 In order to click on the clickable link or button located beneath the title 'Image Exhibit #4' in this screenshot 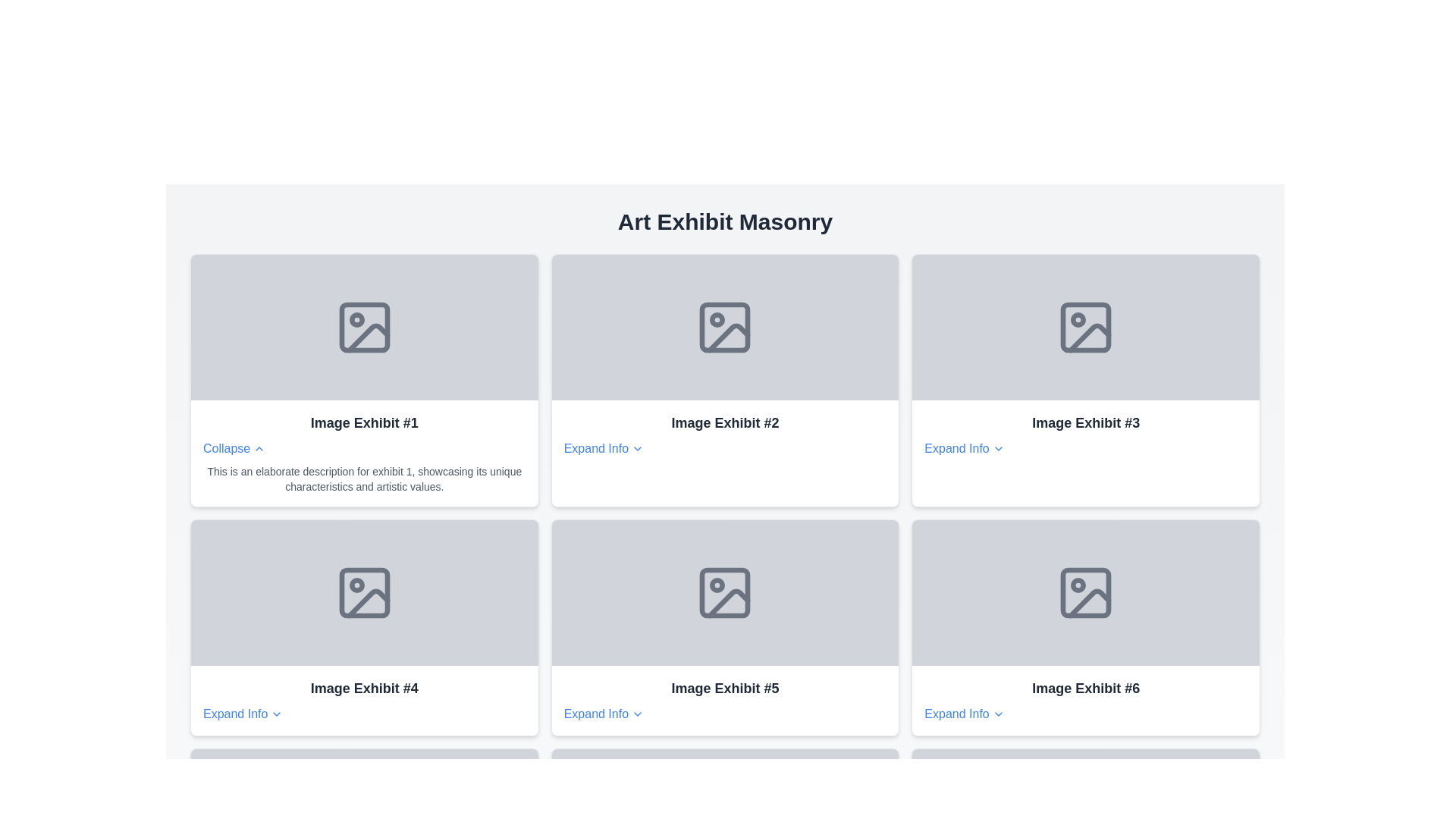, I will do `click(243, 714)`.